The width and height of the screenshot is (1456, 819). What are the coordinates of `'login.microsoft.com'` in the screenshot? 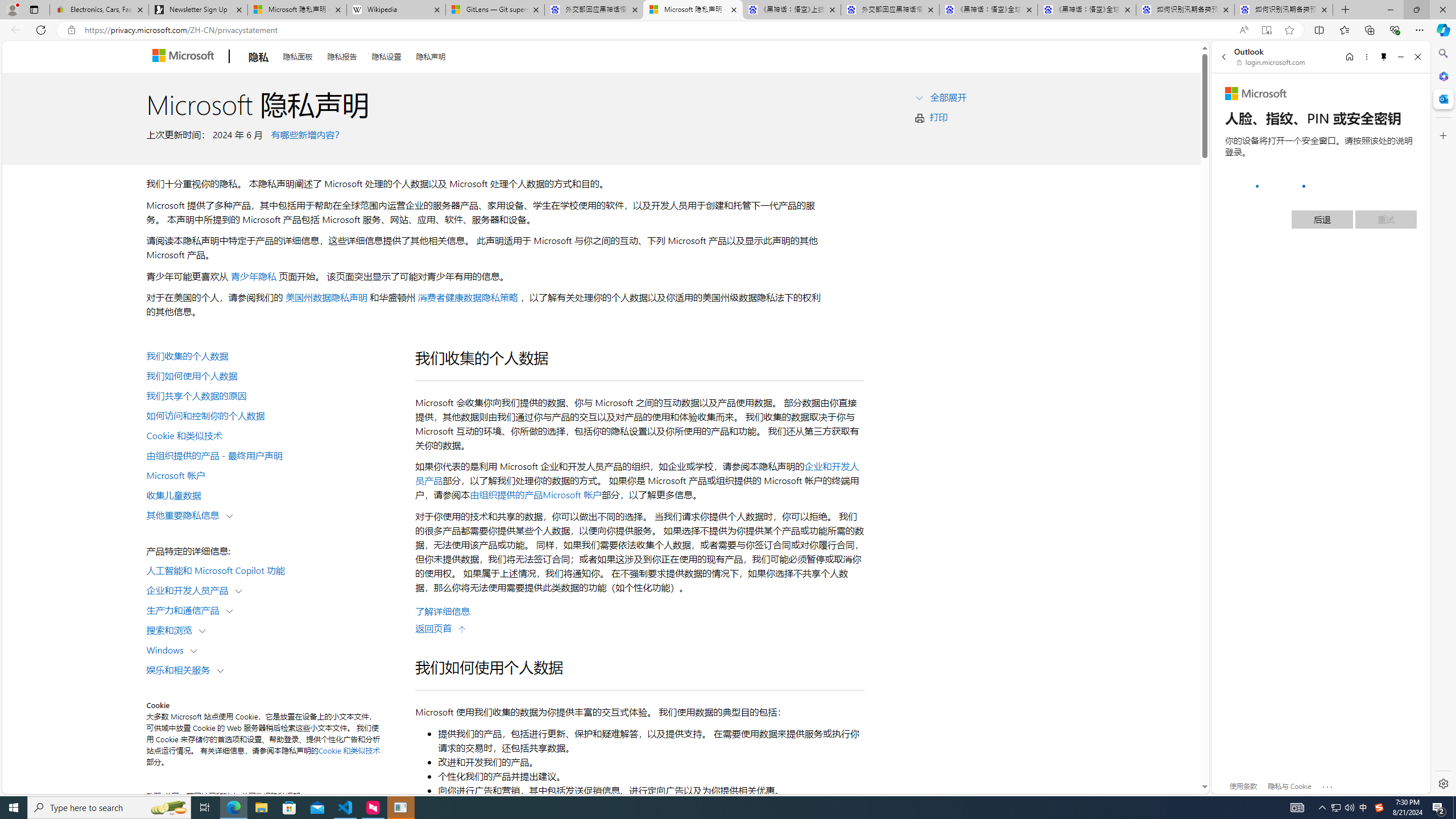 It's located at (1271, 61).